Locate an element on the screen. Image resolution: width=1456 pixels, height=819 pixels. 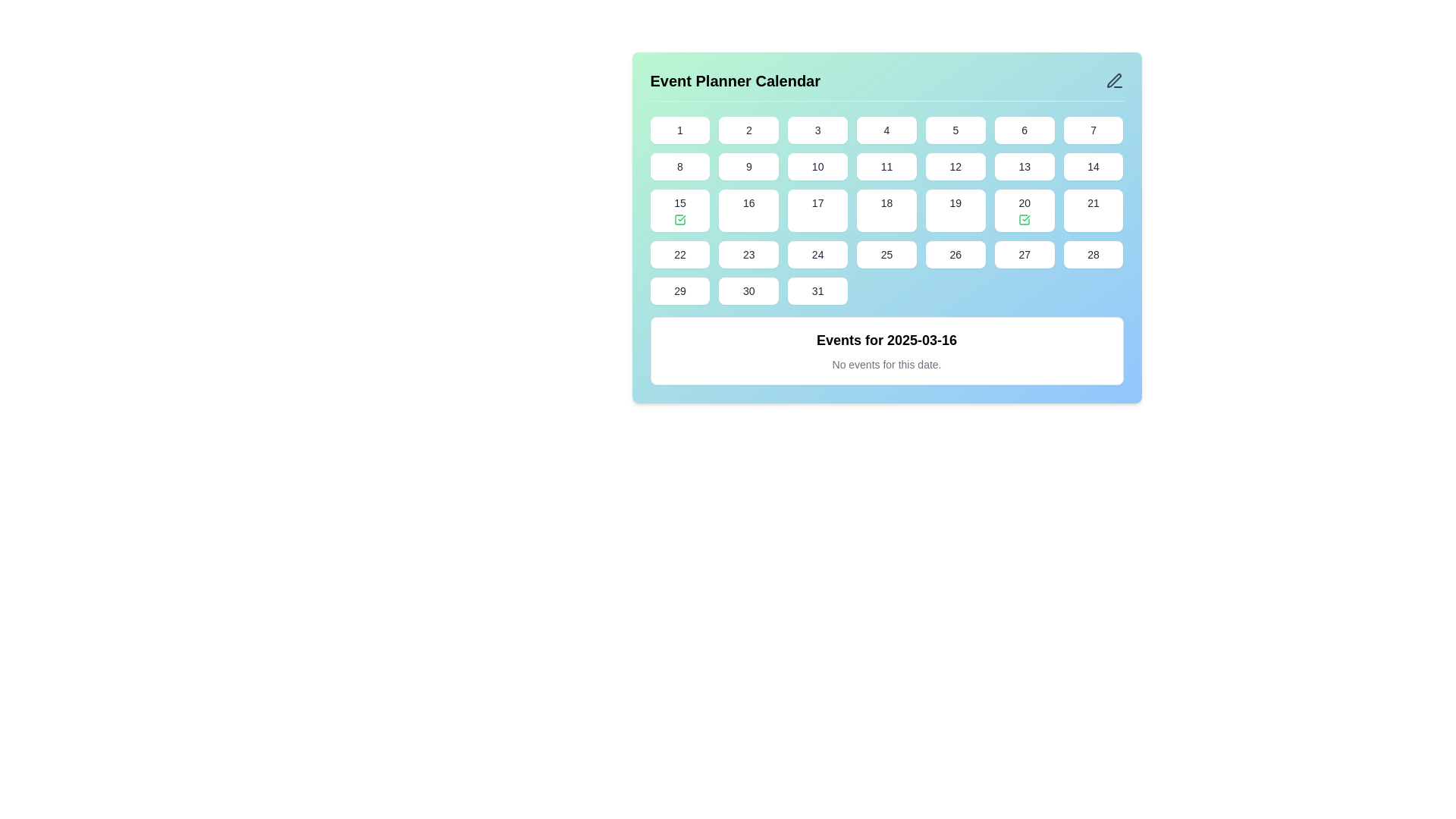
the button with the number '10' centered in bold gray font, located in the second row and third column of the calendar grid is located at coordinates (817, 166).